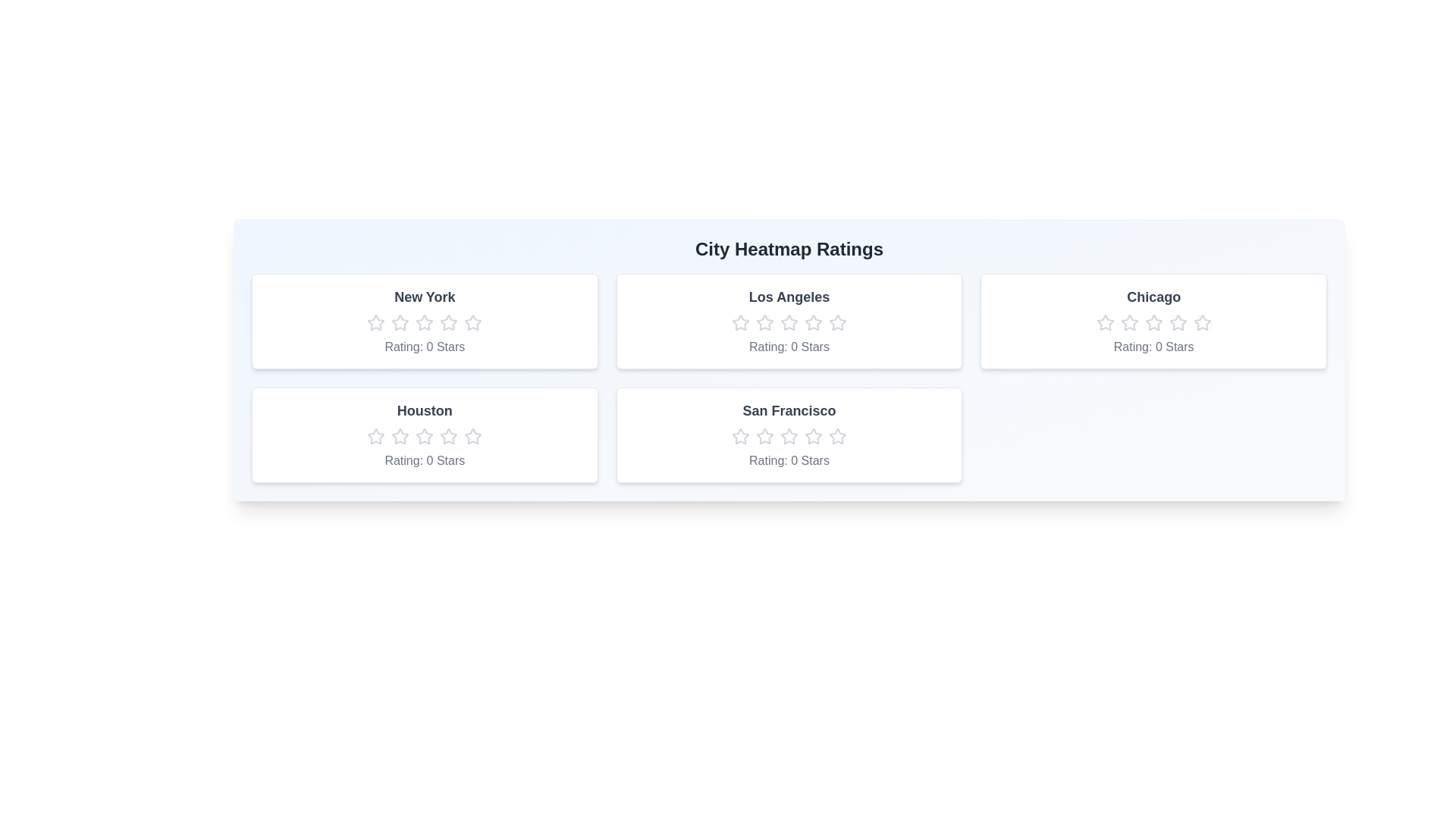 The height and width of the screenshot is (819, 1456). What do you see at coordinates (836, 322) in the screenshot?
I see `the Los Angeles rating star number 5` at bounding box center [836, 322].